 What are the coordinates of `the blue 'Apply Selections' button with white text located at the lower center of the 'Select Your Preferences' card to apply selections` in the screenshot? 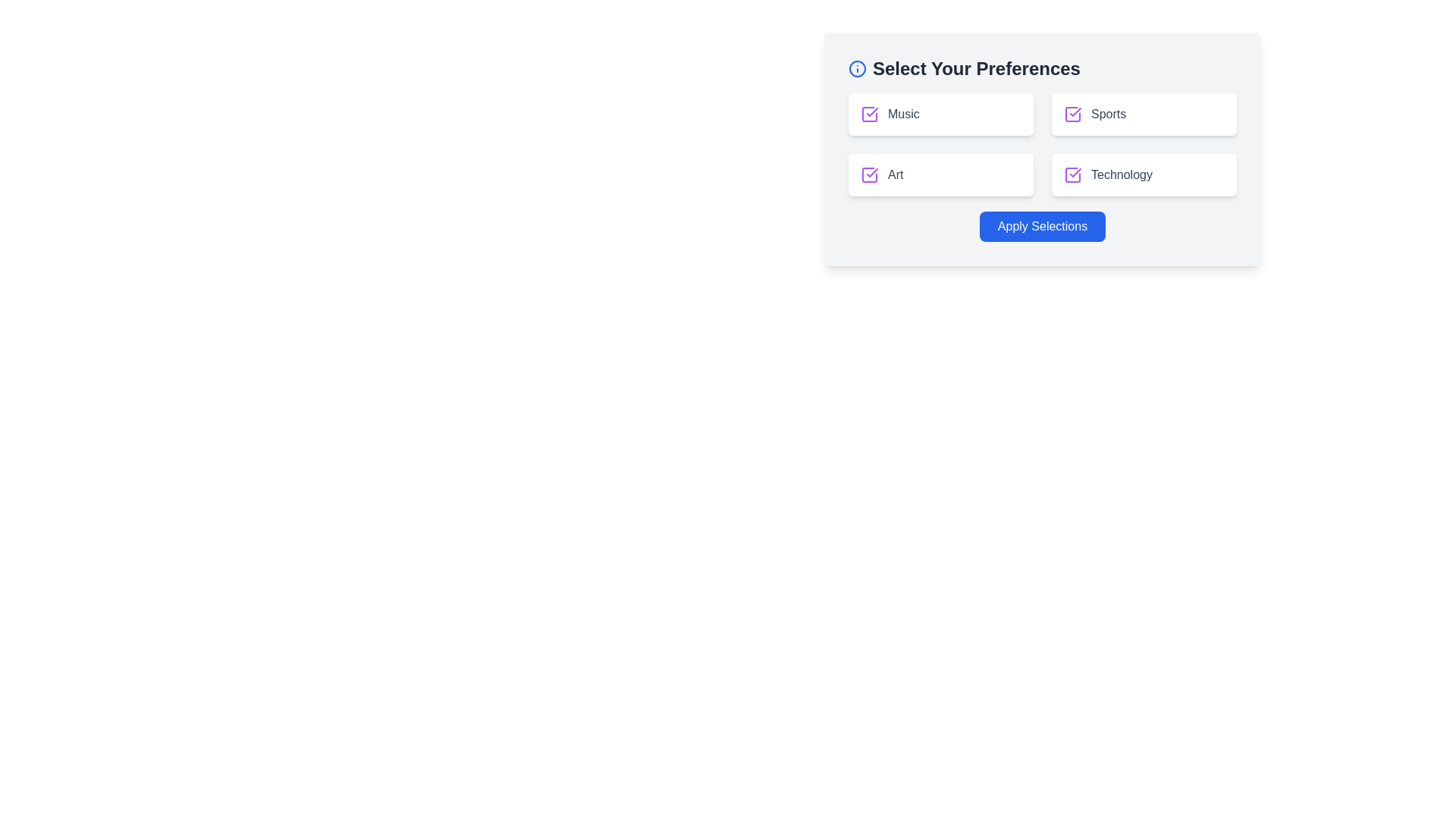 It's located at (1041, 227).